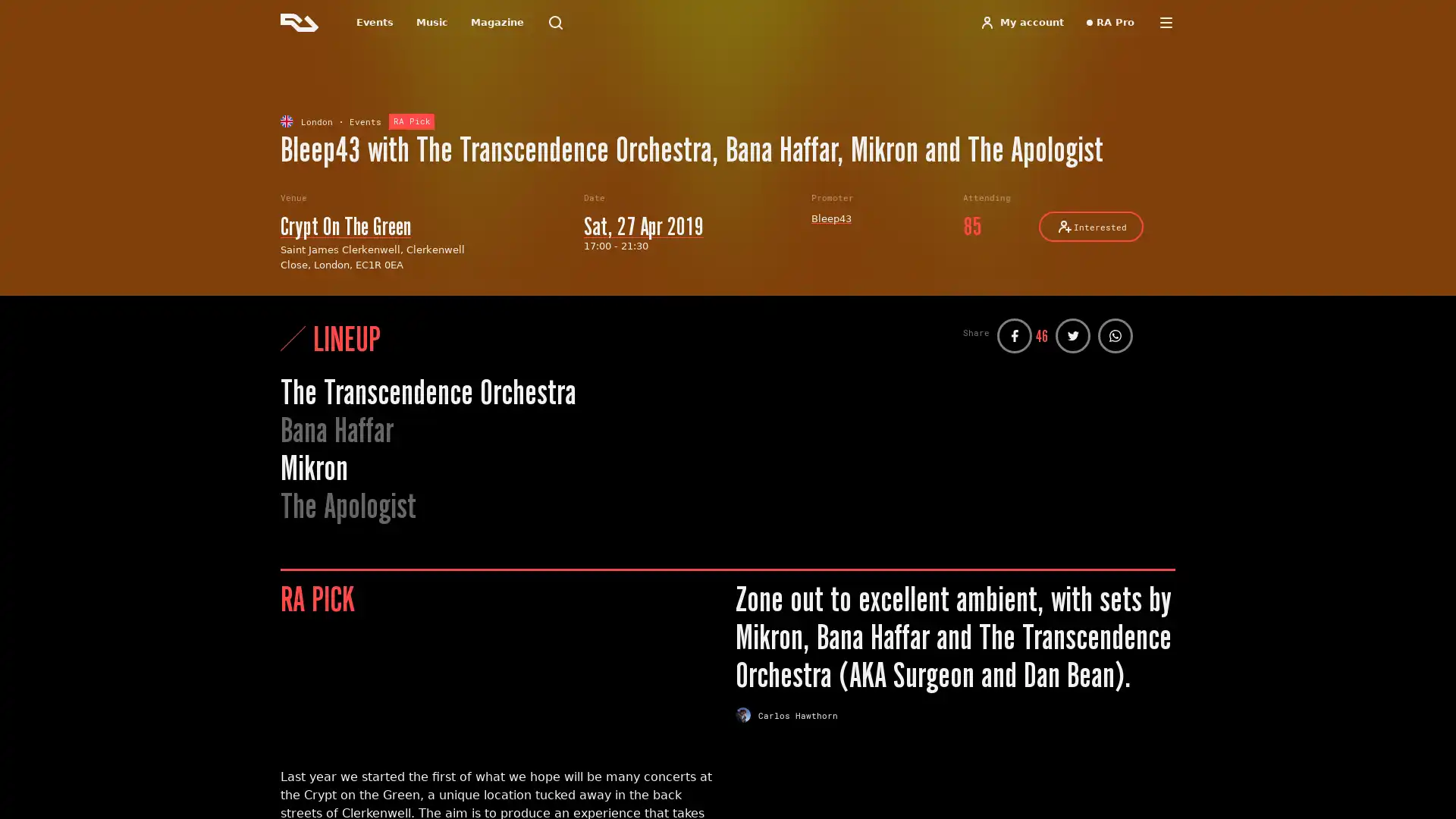  Describe the element at coordinates (1072, 335) in the screenshot. I see `twitter` at that location.